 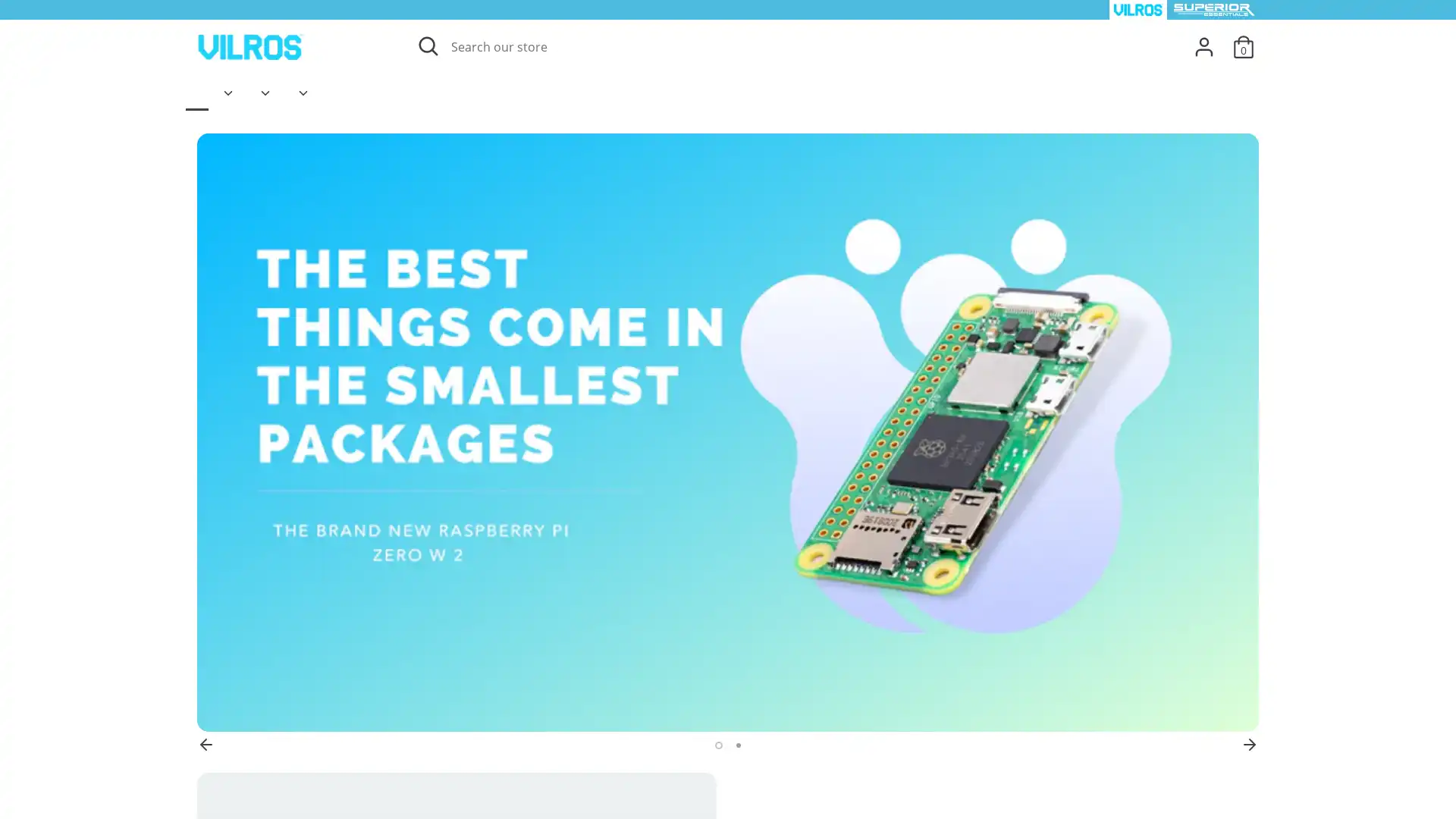 What do you see at coordinates (737, 745) in the screenshot?
I see `2` at bounding box center [737, 745].